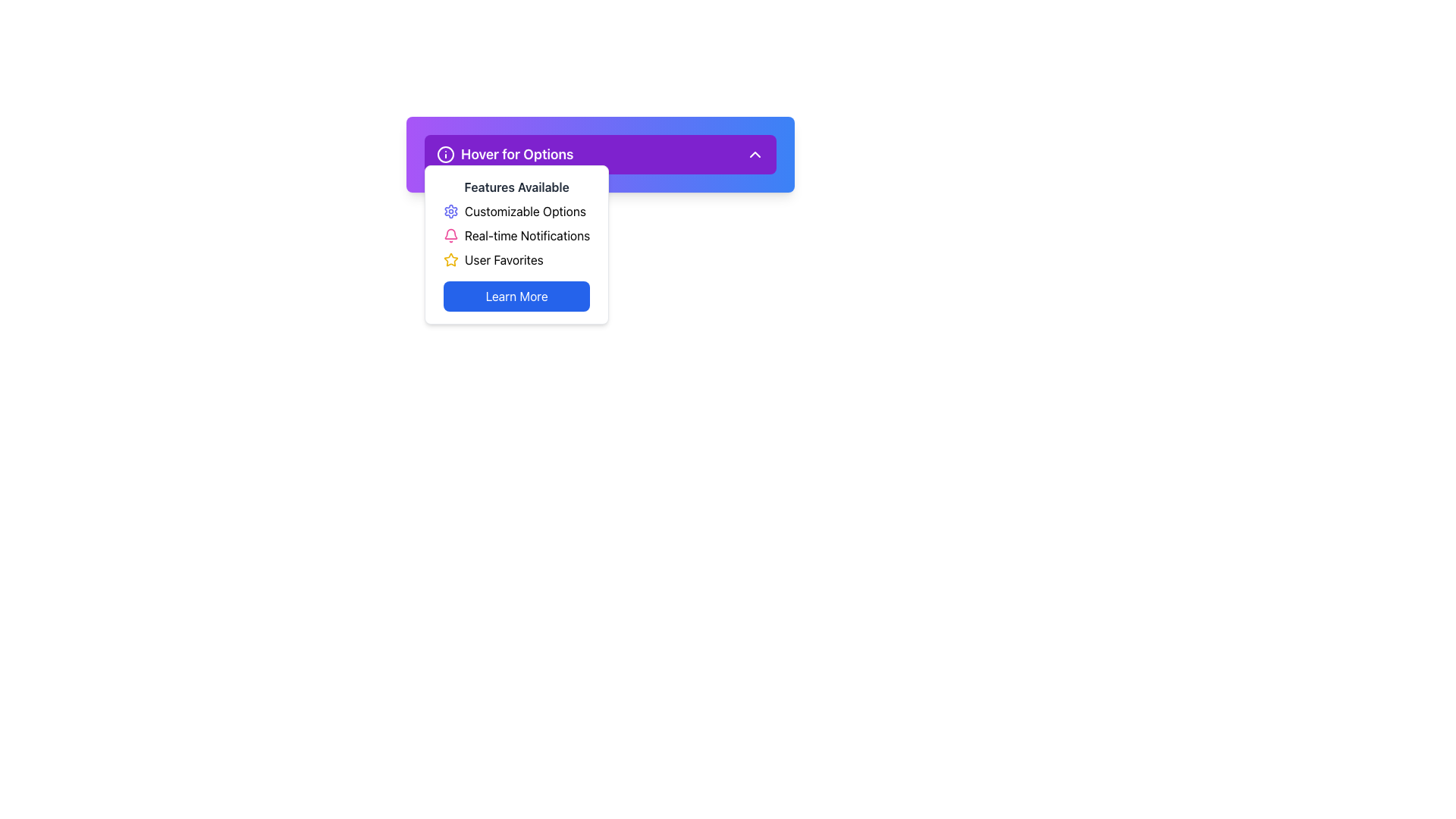 The image size is (1456, 819). What do you see at coordinates (450, 259) in the screenshot?
I see `the star-shaped icon with a yellow outline located above the white dropdown menu labeled 'Hover for Options'` at bounding box center [450, 259].